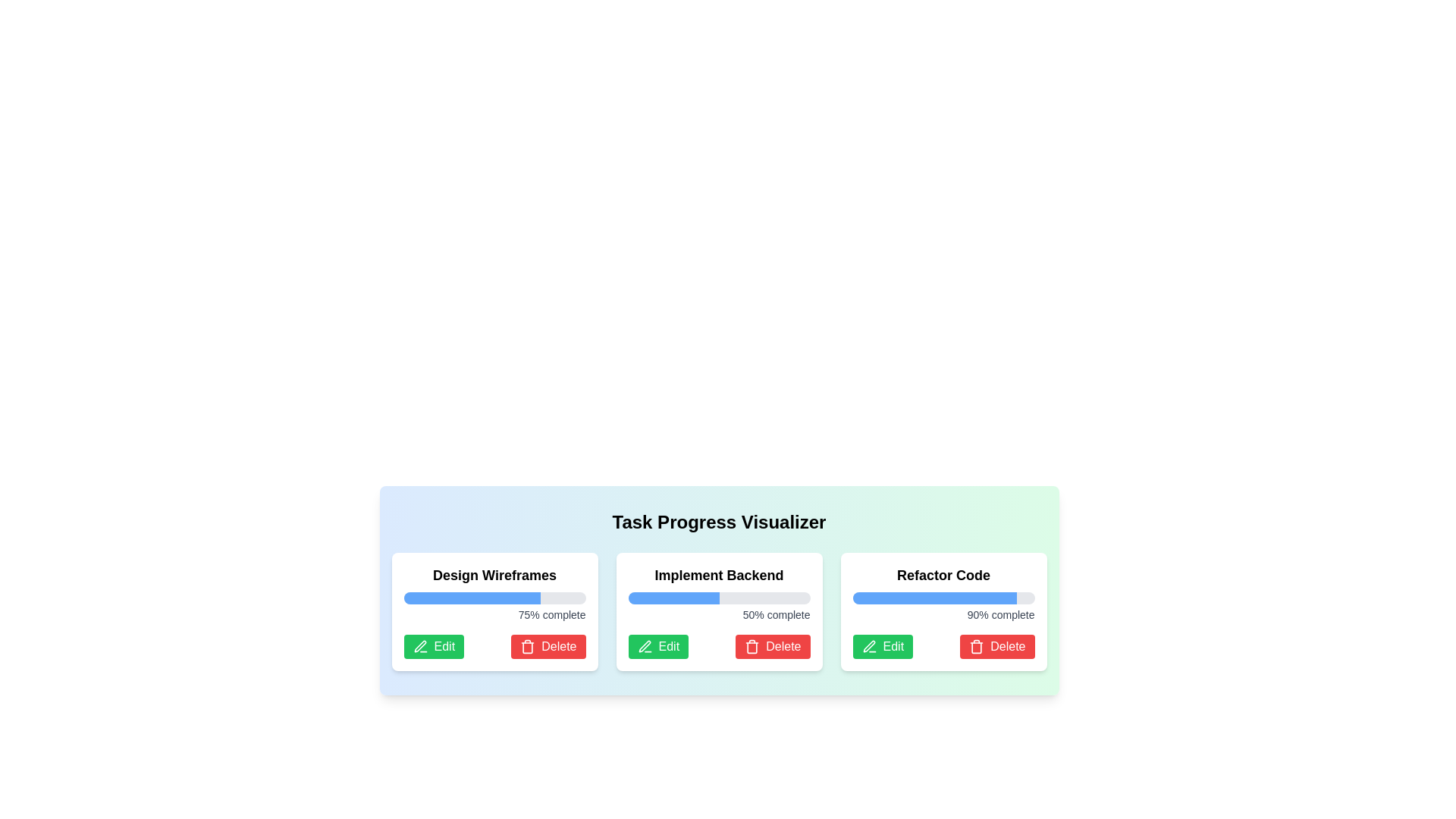 Image resolution: width=1456 pixels, height=819 pixels. Describe the element at coordinates (943, 576) in the screenshot. I see `text content of the descriptive heading label located at the top central area of the rightmost task card, which is above the progress bar and the 'Edit' and 'Delete' buttons` at that location.